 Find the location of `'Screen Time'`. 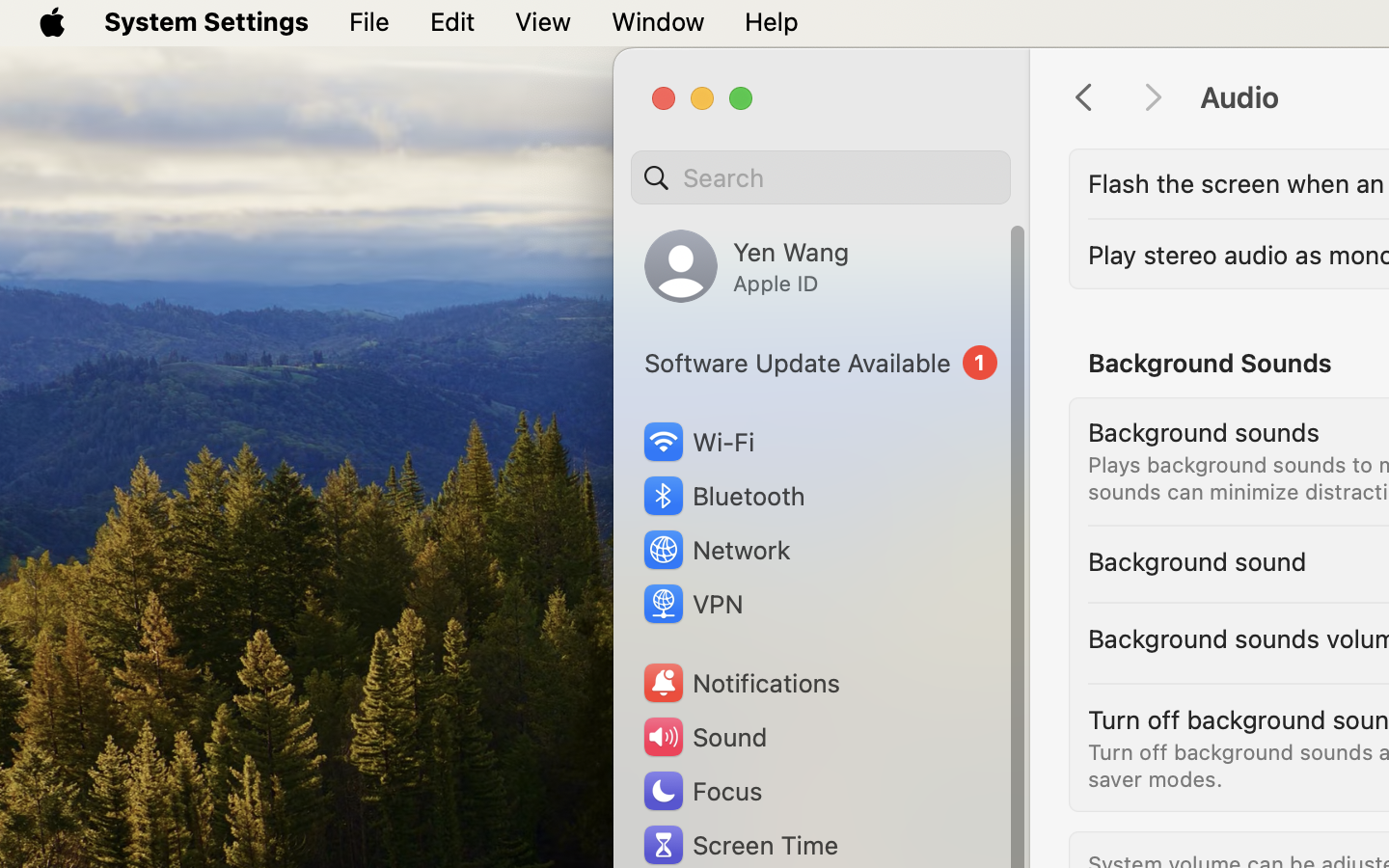

'Screen Time' is located at coordinates (738, 844).